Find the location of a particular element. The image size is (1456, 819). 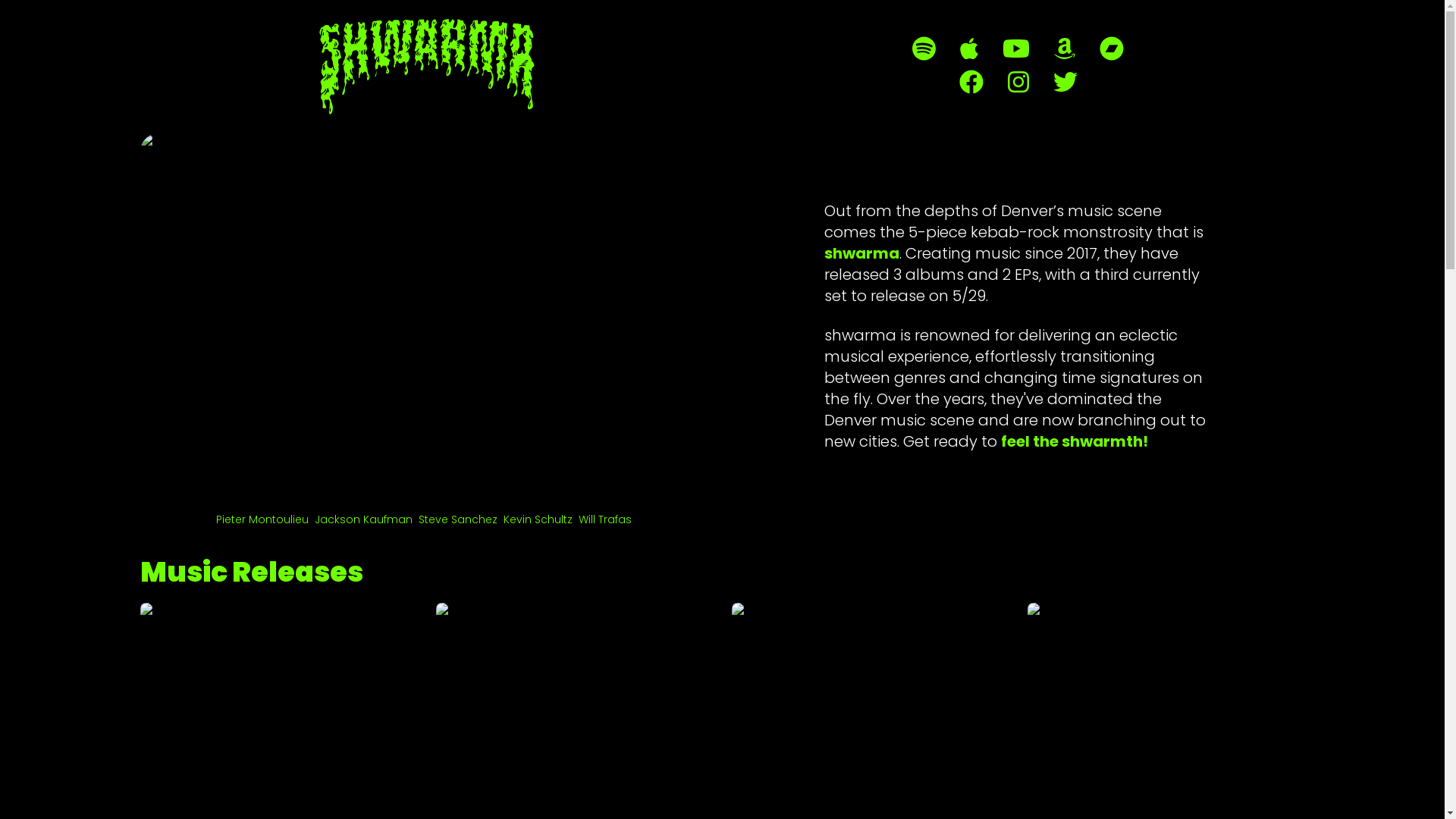

'Amazon Music' is located at coordinates (1053, 48).